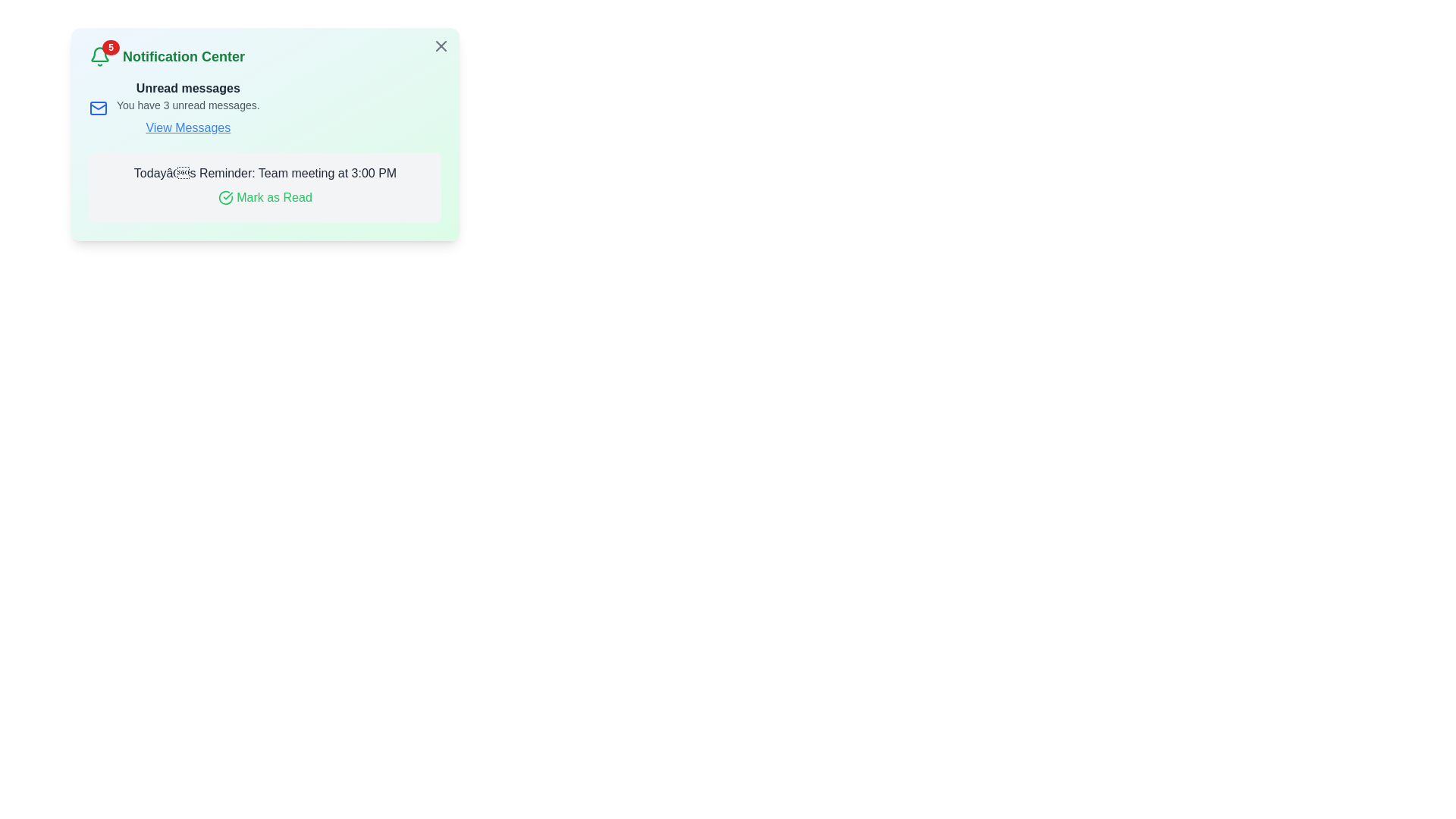 This screenshot has height=819, width=1456. Describe the element at coordinates (110, 46) in the screenshot. I see `the Notification Badge, which is a circular badge with a red background and white text displaying the number '5', located at the top-right corner of the bell icon` at that location.